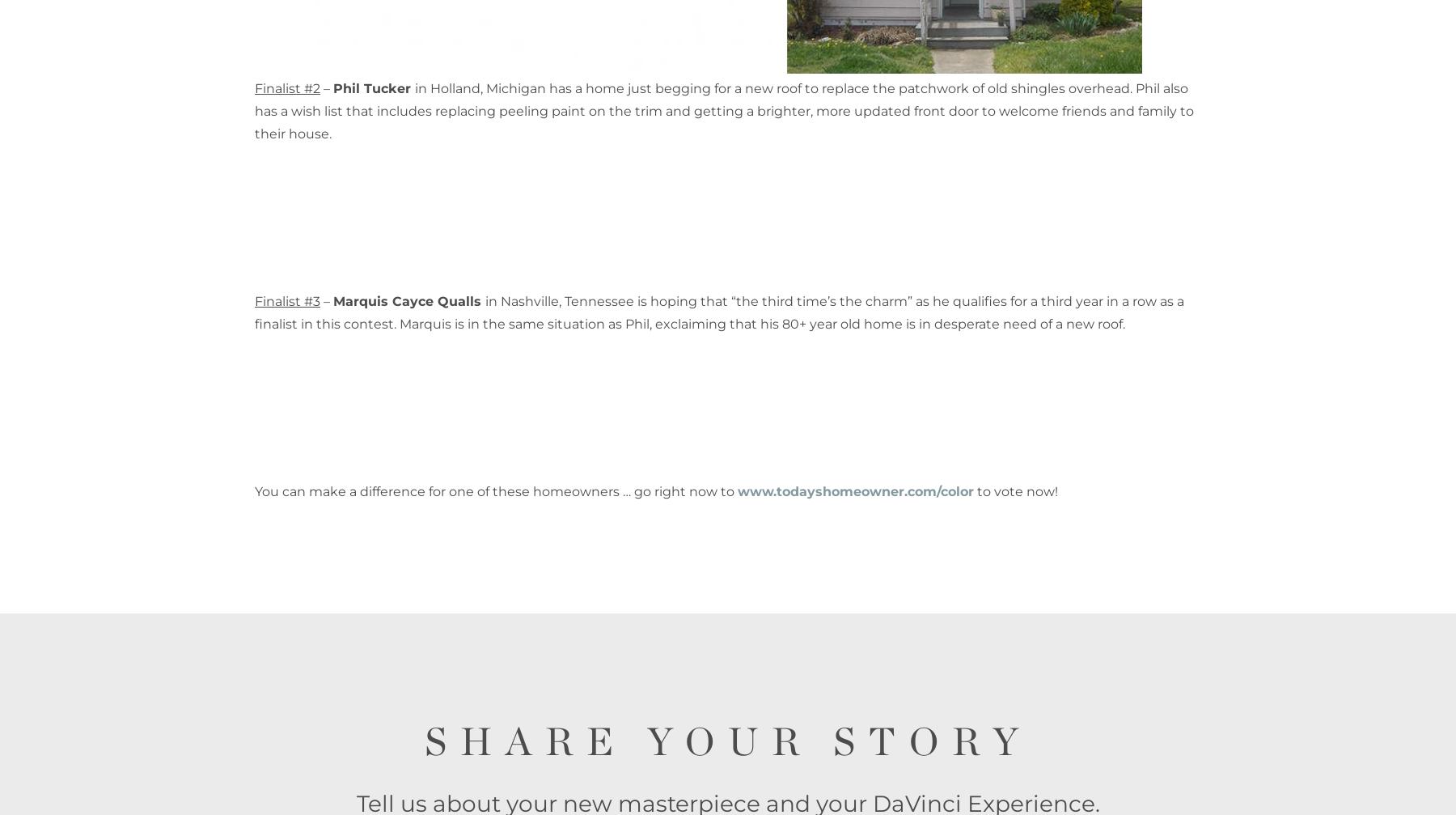 This screenshot has height=815, width=1456. What do you see at coordinates (856, 490) in the screenshot?
I see `'www.todayshomeowner.com/color'` at bounding box center [856, 490].